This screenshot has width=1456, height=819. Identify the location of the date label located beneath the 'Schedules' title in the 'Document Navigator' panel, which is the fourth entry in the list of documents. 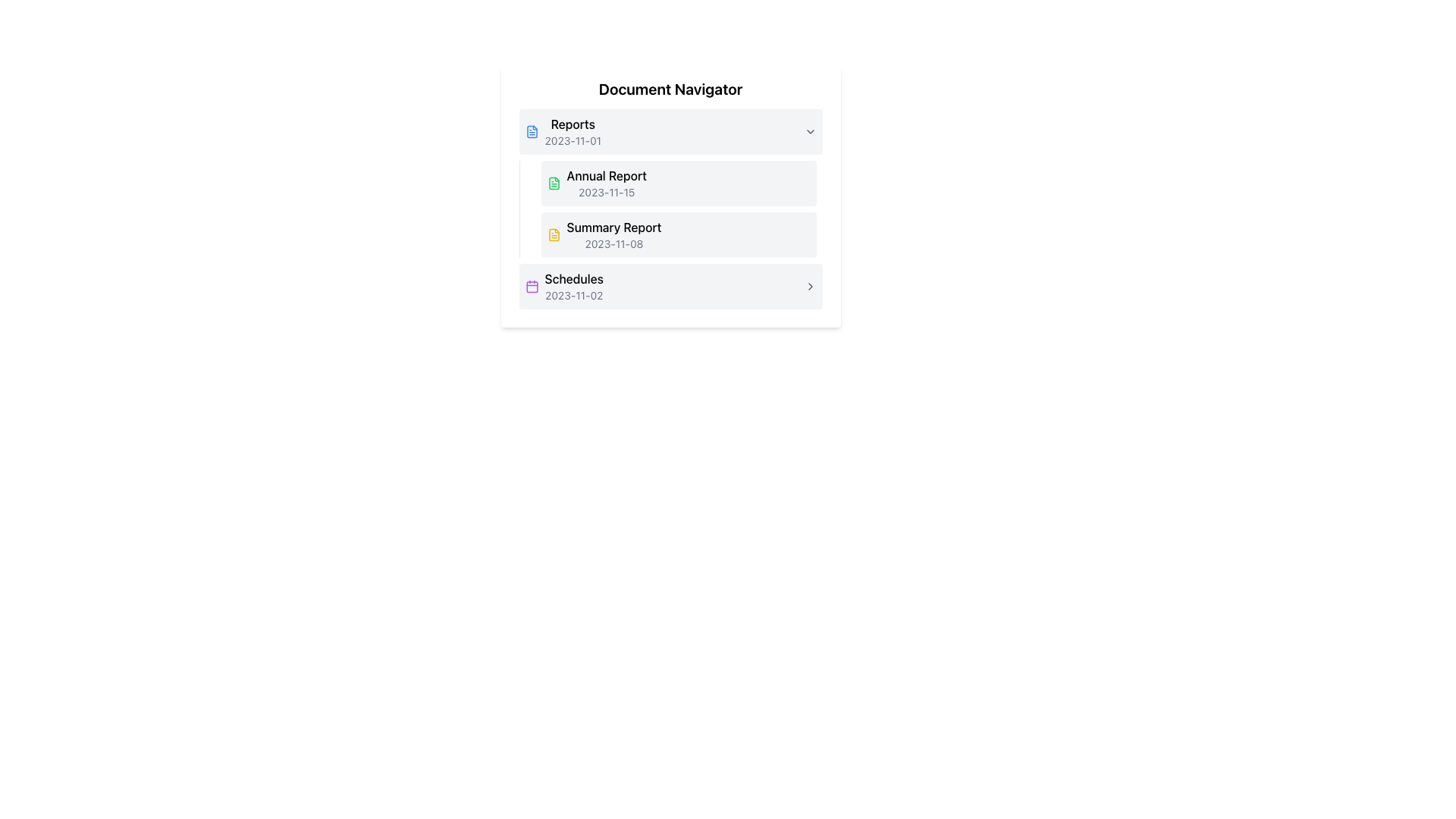
(573, 295).